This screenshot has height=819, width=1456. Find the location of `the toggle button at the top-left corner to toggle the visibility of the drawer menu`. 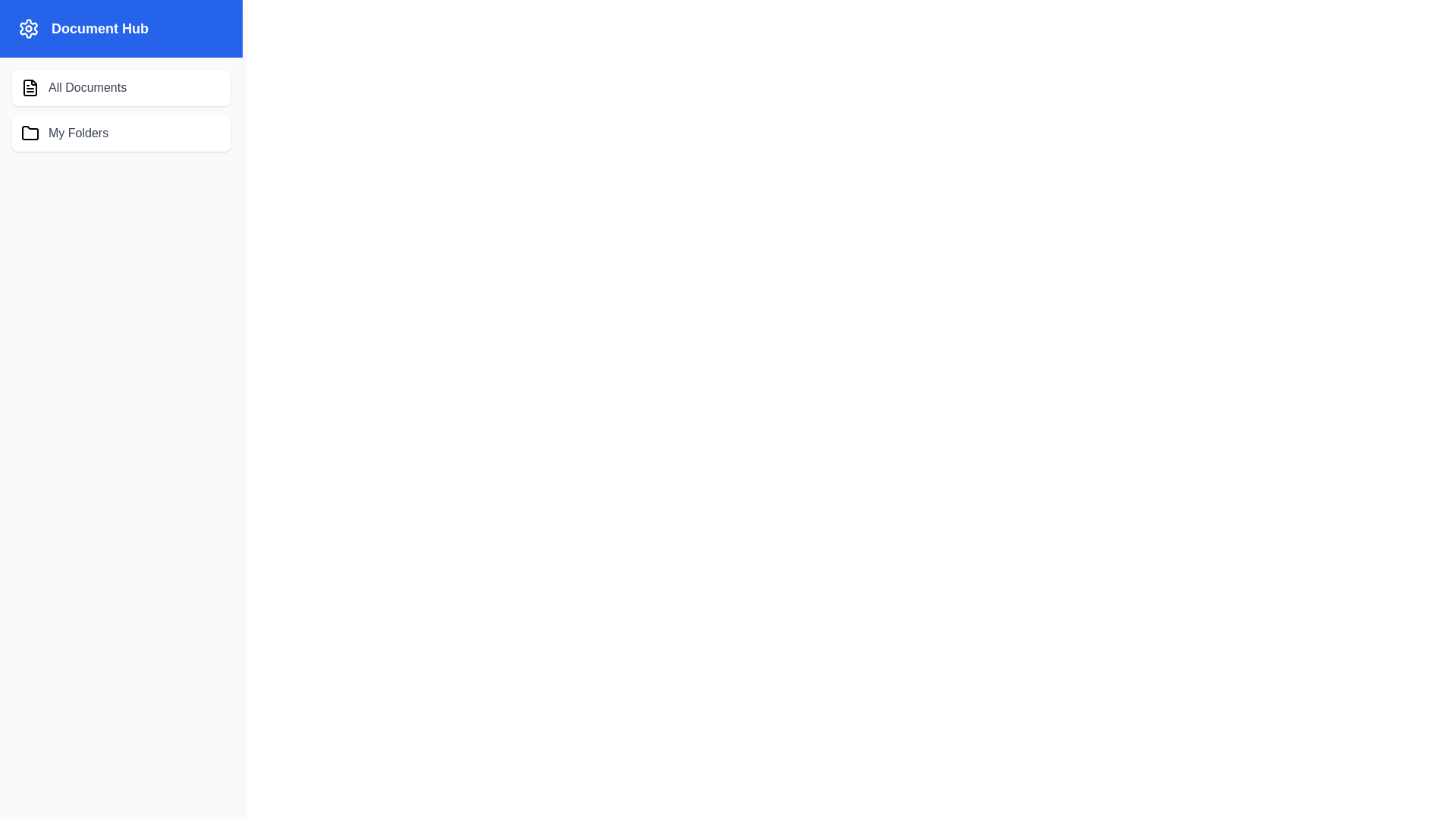

the toggle button at the top-left corner to toggle the visibility of the drawer menu is located at coordinates (39, 42).